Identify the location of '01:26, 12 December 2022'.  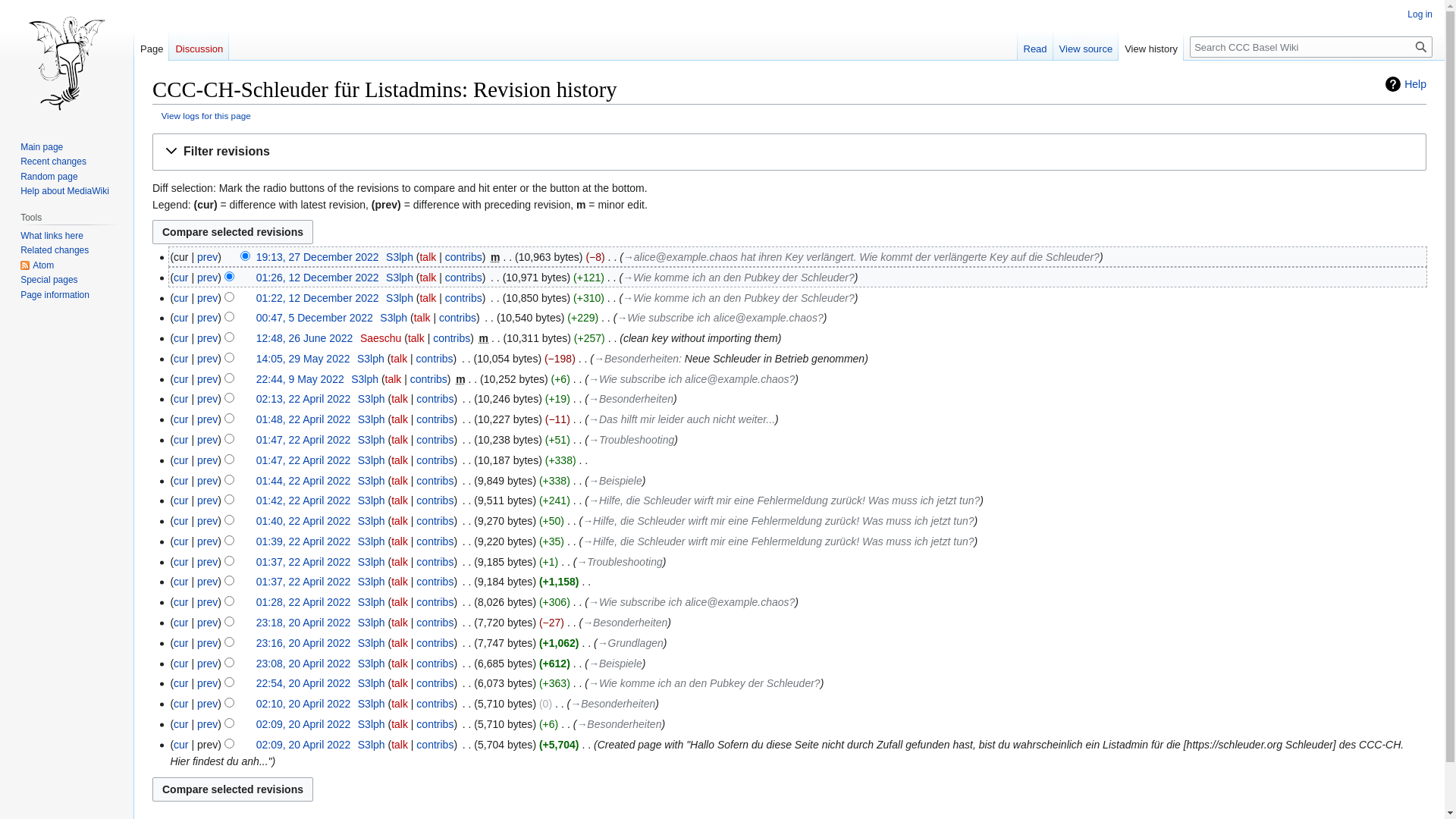
(256, 278).